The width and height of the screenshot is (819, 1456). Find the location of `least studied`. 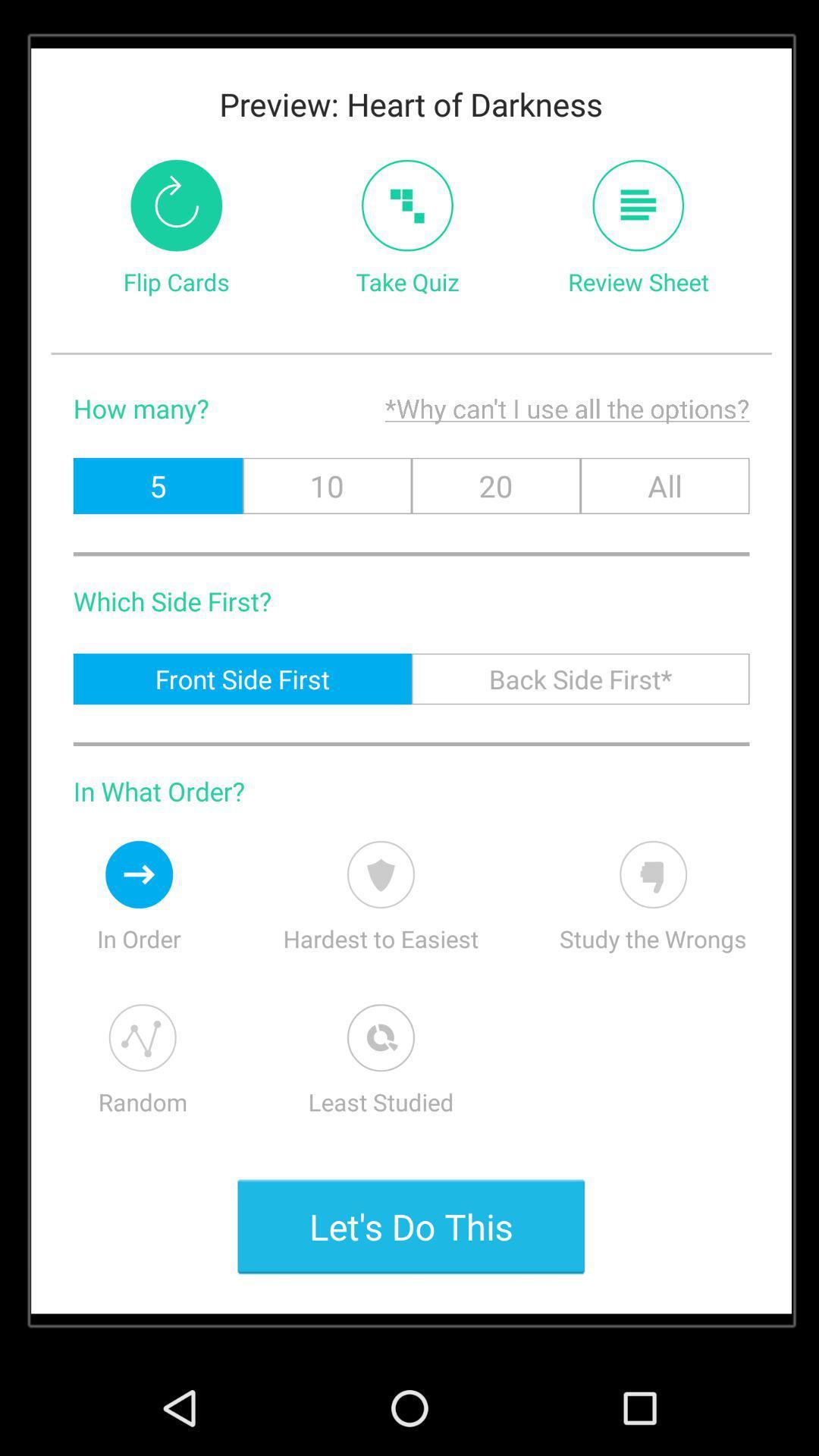

least studied is located at coordinates (380, 1037).